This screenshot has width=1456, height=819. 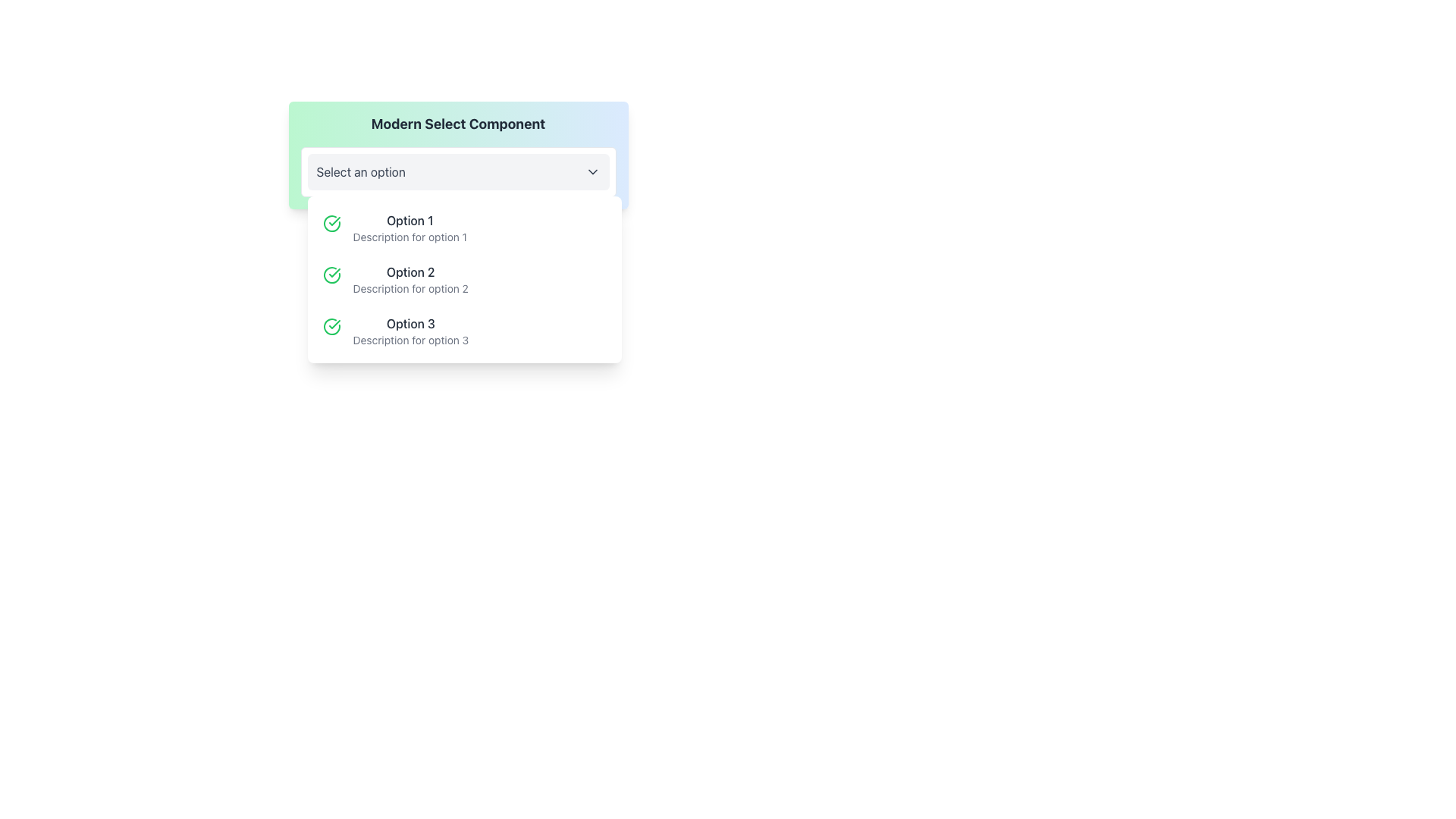 I want to click on green checkmark SVG icon indicating selection next to 'Option 2' in the dropdown list for class or style details, so click(x=334, y=221).